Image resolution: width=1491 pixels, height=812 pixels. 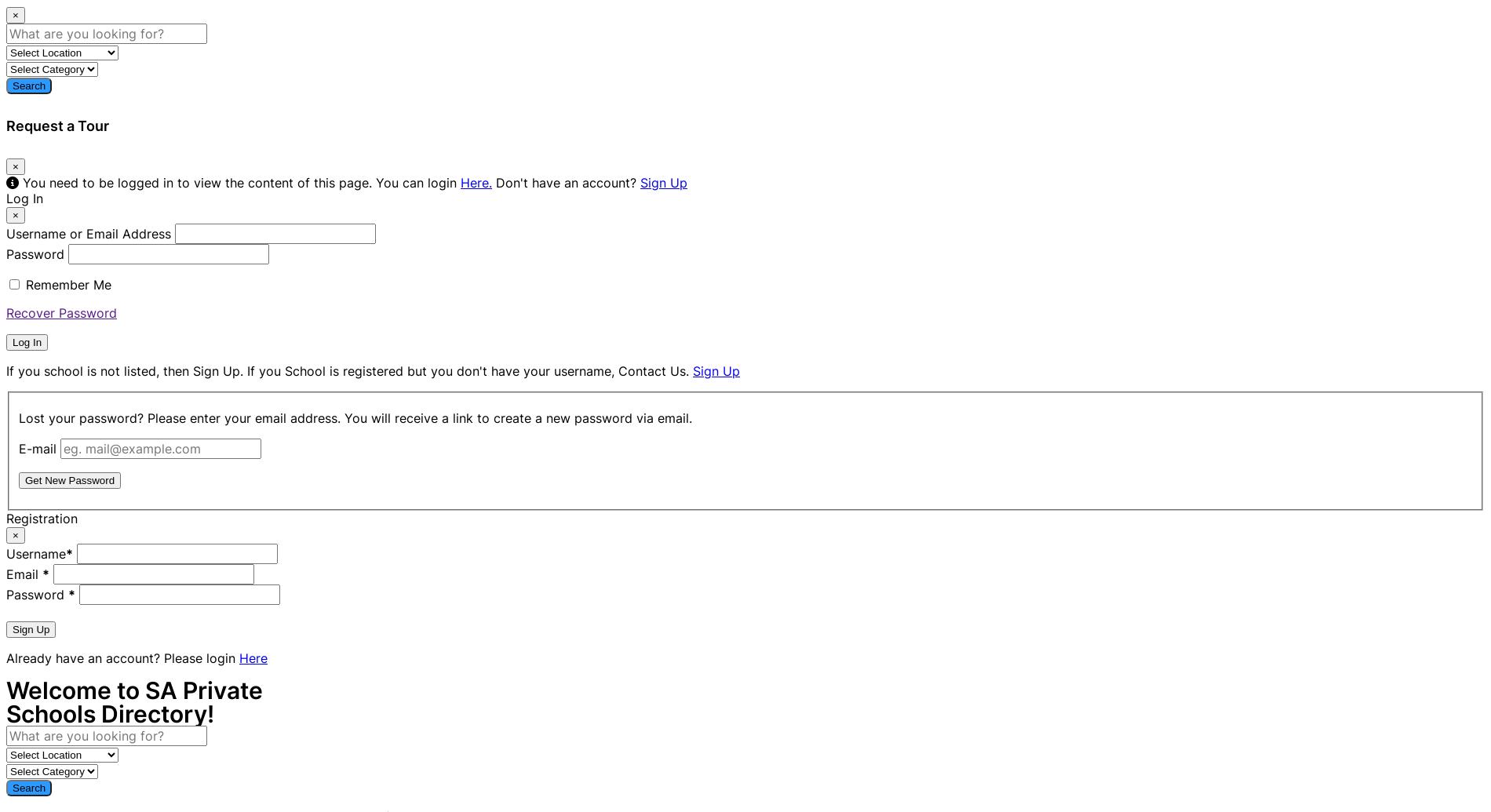 I want to click on 'Request a Tour', so click(x=57, y=126).